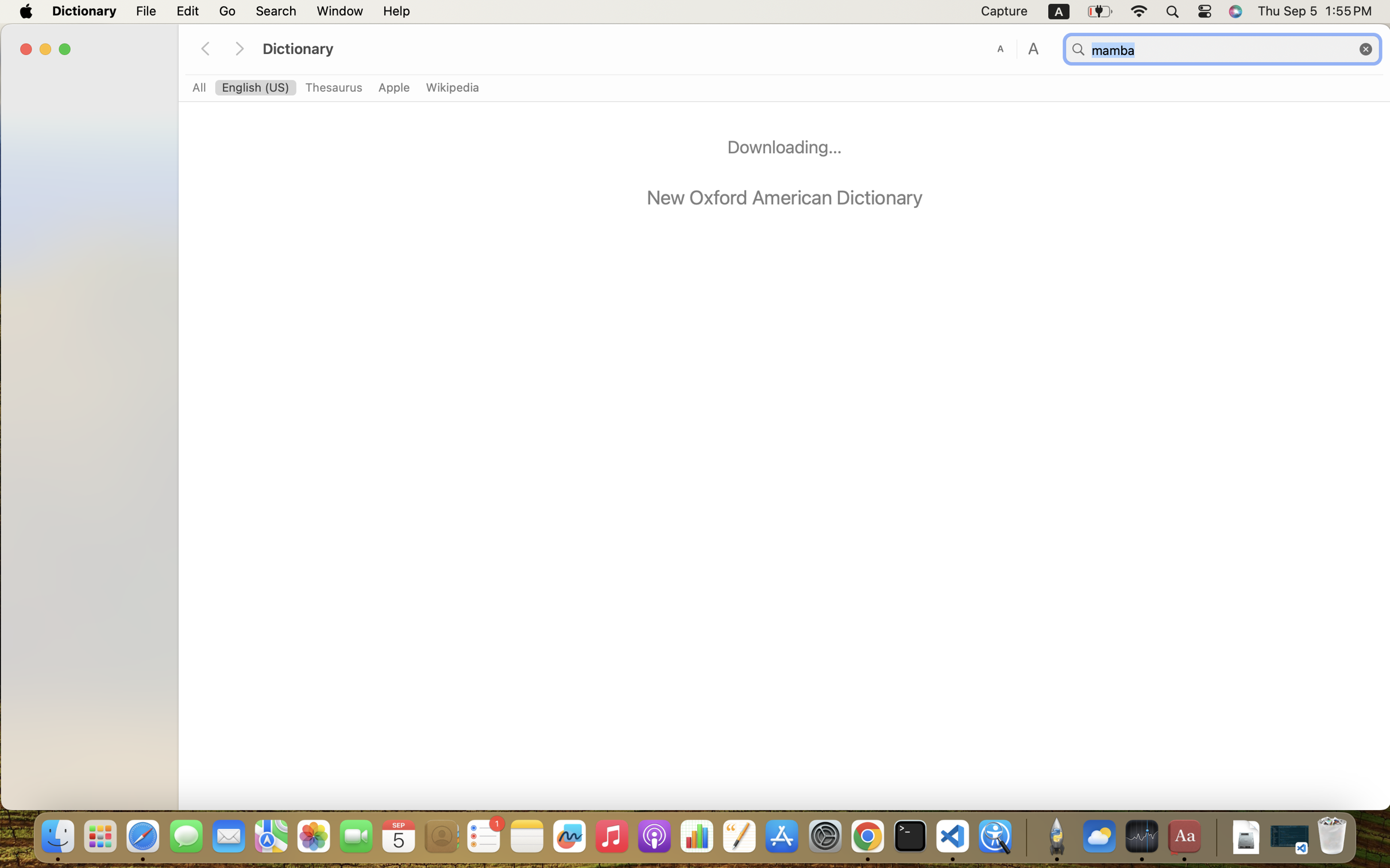 This screenshot has height=868, width=1390. Describe the element at coordinates (784, 146) in the screenshot. I see `'Downloading…'` at that location.